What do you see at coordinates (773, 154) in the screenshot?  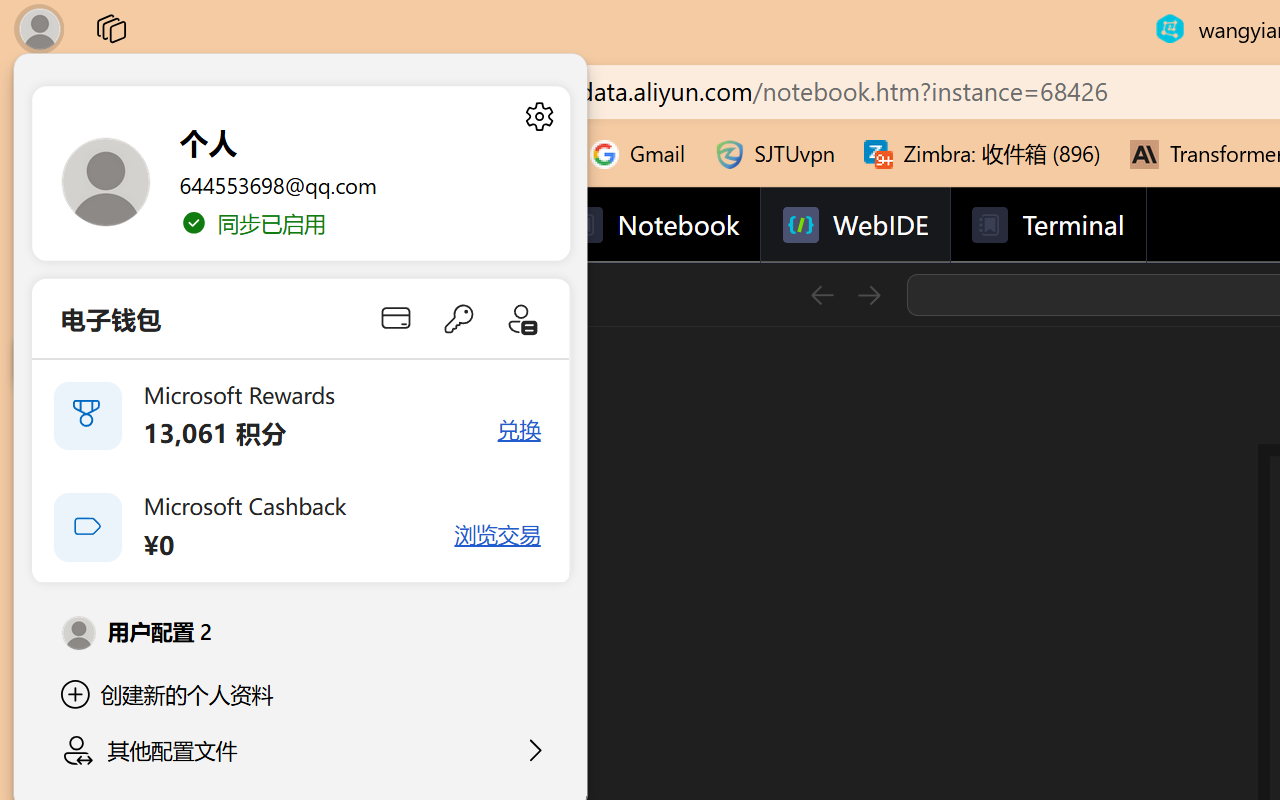 I see `'SJTUvpn'` at bounding box center [773, 154].